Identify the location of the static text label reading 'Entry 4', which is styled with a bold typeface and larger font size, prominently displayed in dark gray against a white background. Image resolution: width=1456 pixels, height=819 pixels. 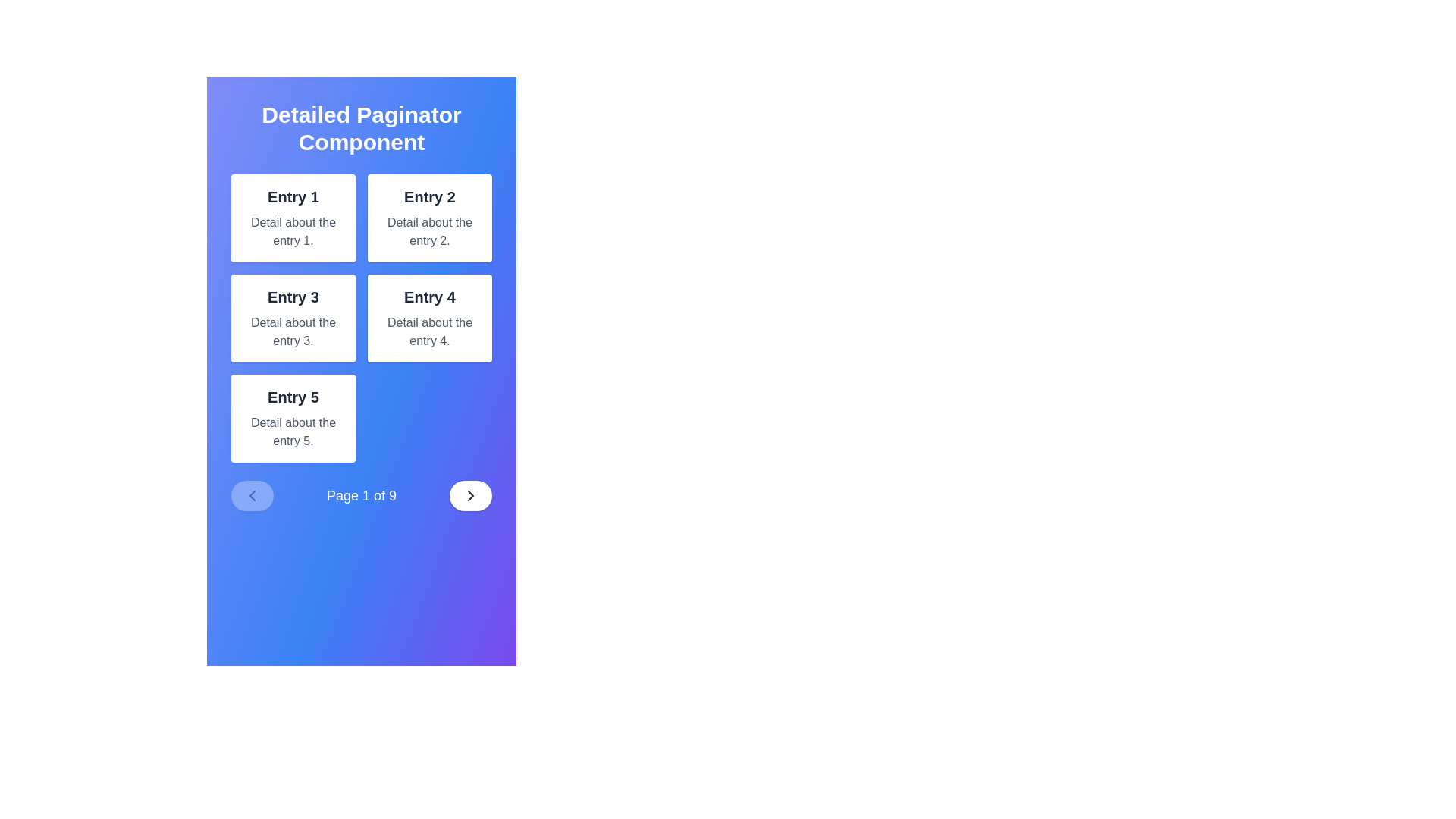
(428, 297).